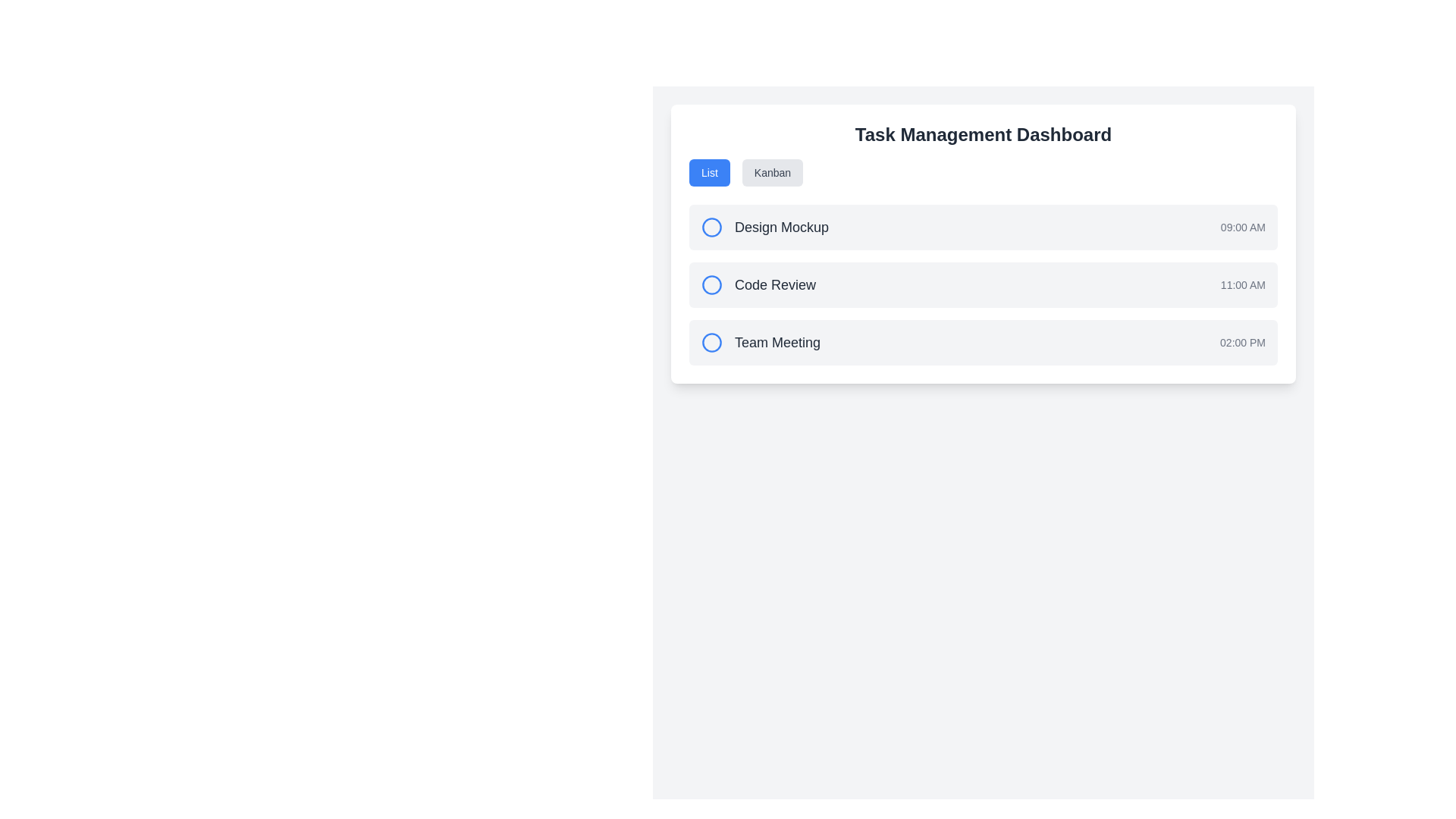  Describe the element at coordinates (775, 284) in the screenshot. I see `the text label that provides the name or title for the second task item in a vertical stack of tasks, which is horizontally aligned with a circular status indicator on its left and a time label on its right` at that location.